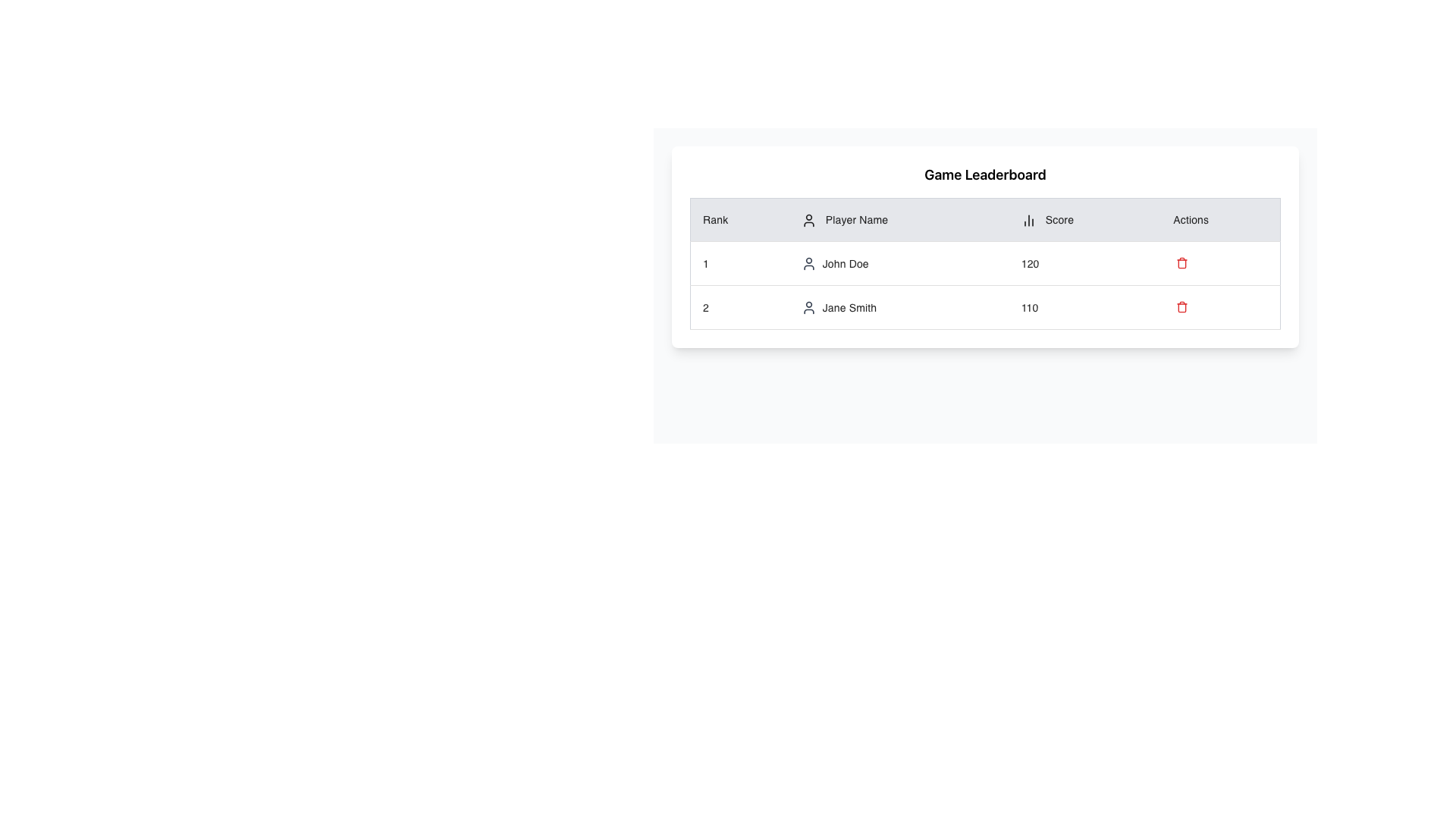 This screenshot has height=819, width=1456. What do you see at coordinates (808, 262) in the screenshot?
I see `the decorative icon representing 'John Doe' in the leaderboard table, located to the left of the name` at bounding box center [808, 262].